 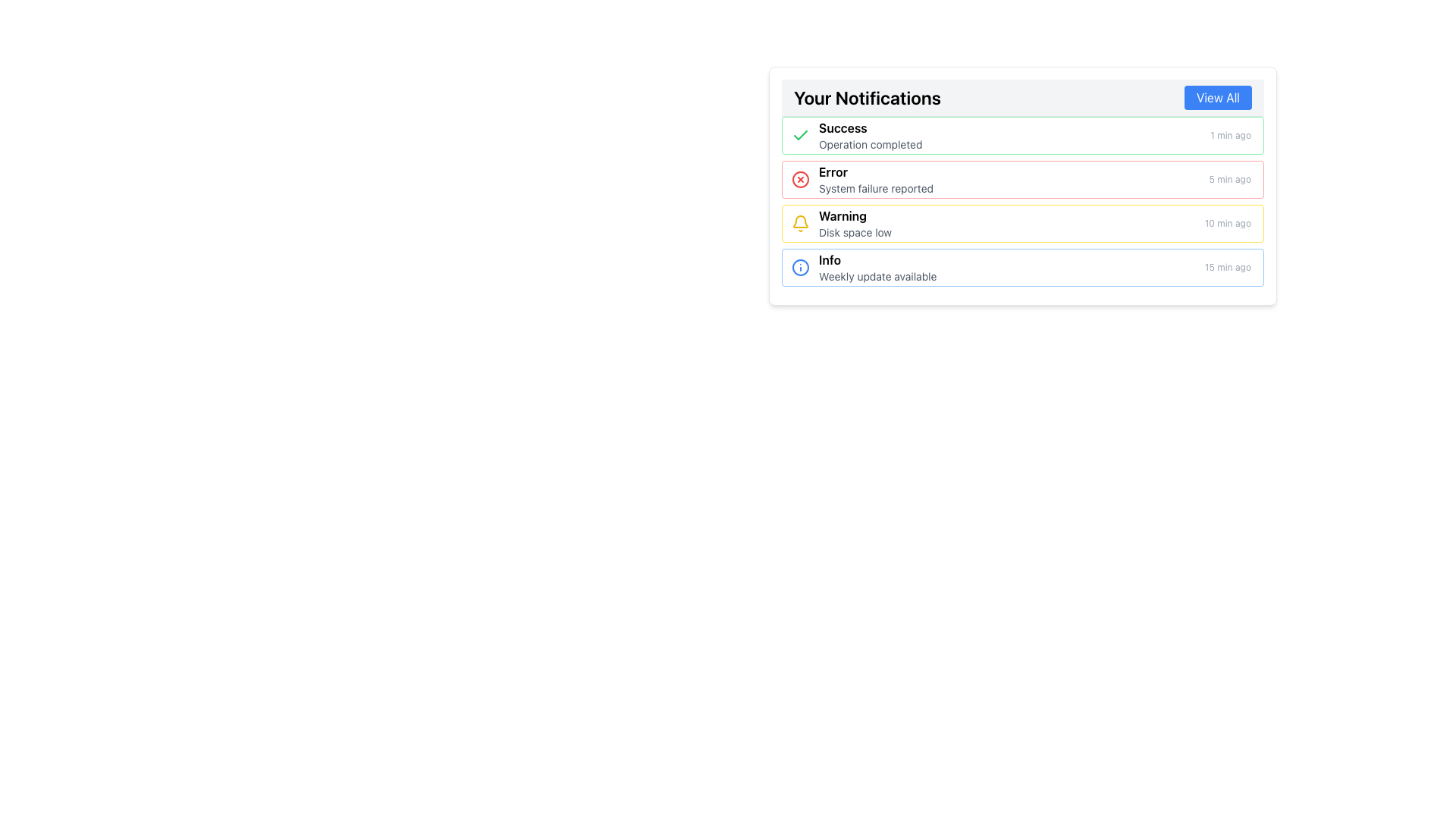 What do you see at coordinates (800, 178) in the screenshot?
I see `the circular red outlined icon representing an error notification in the notifications list, located to the left of the 'Error' label` at bounding box center [800, 178].